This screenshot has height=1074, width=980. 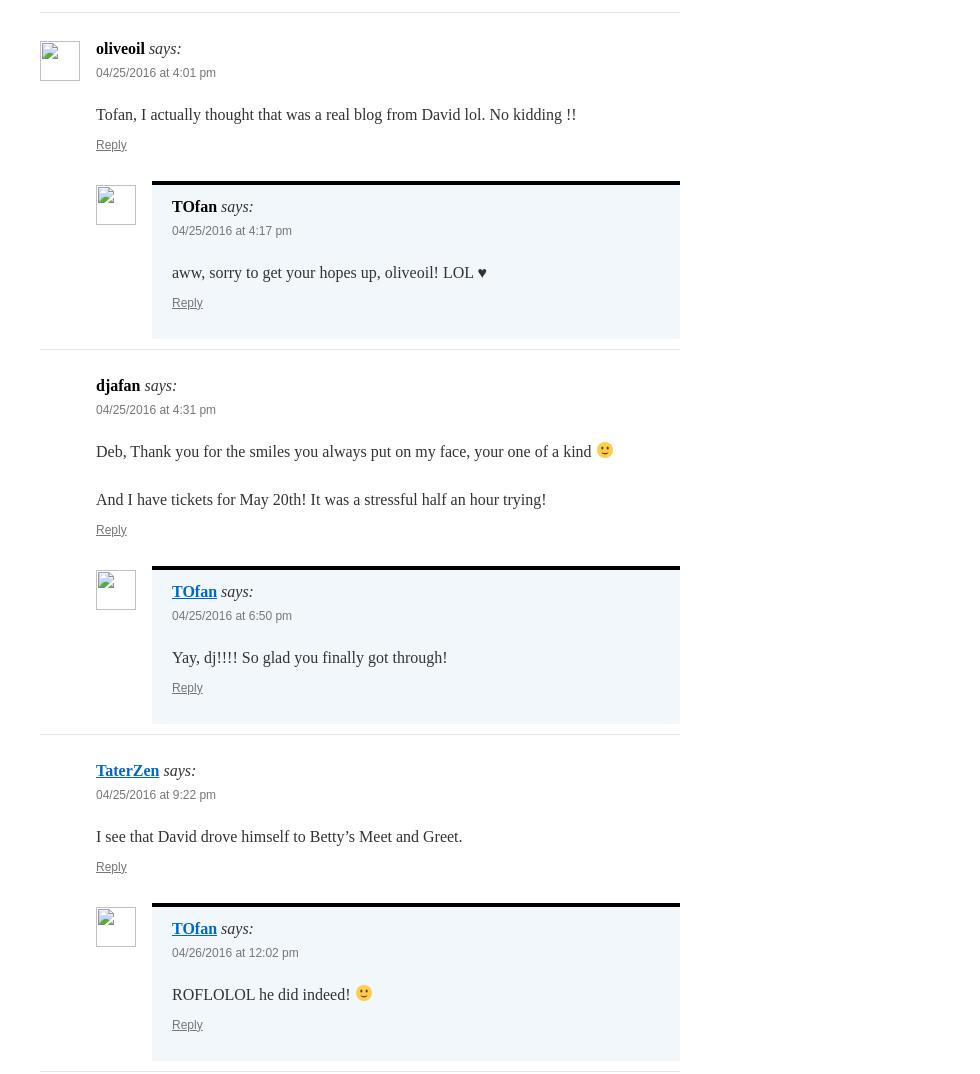 I want to click on 'Tofan, I actually thought that was a real blog from David lol. No kidding !!', so click(x=96, y=112).